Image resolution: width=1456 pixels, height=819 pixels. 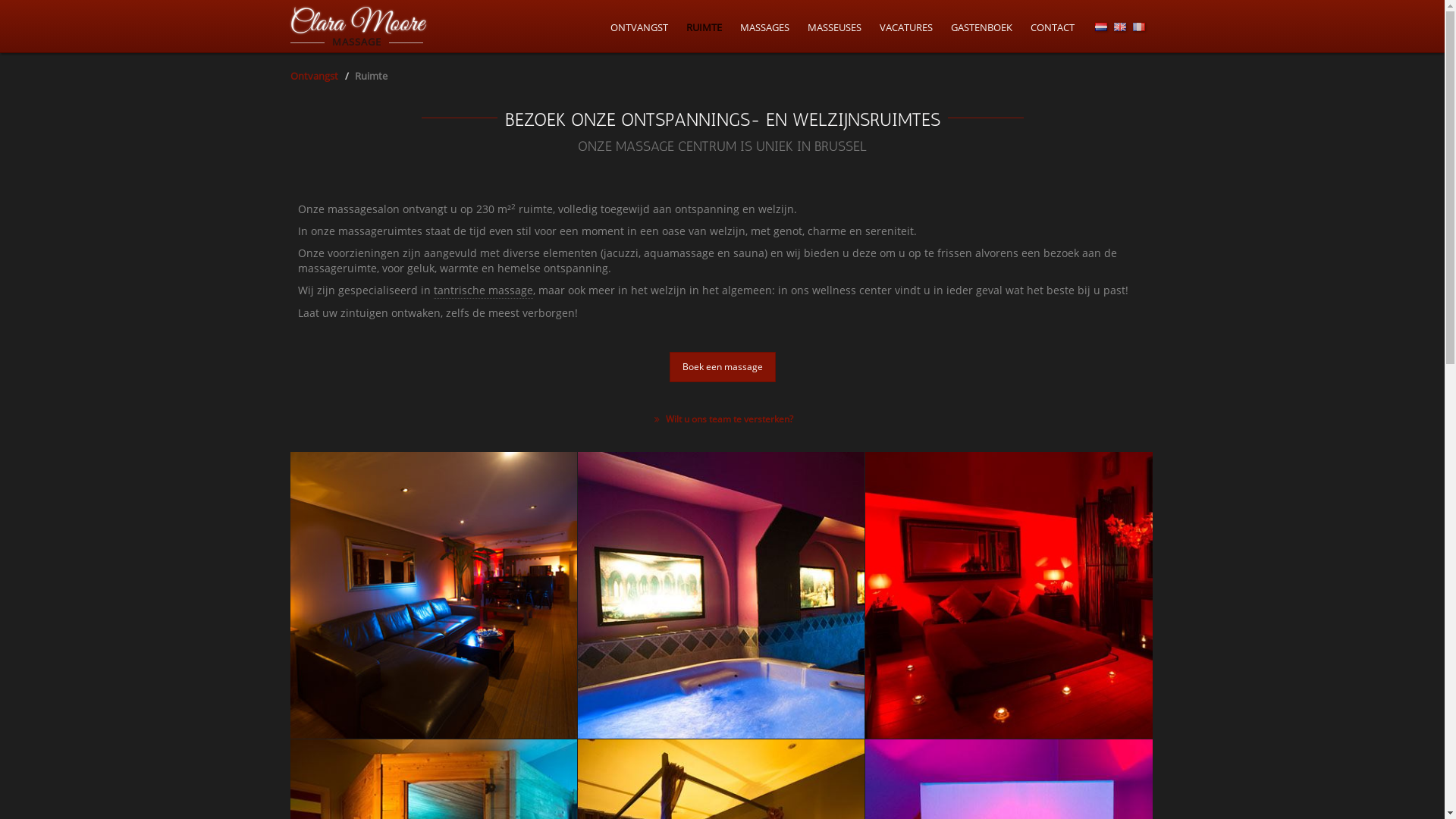 What do you see at coordinates (638, 27) in the screenshot?
I see `'ONTVANGST'` at bounding box center [638, 27].